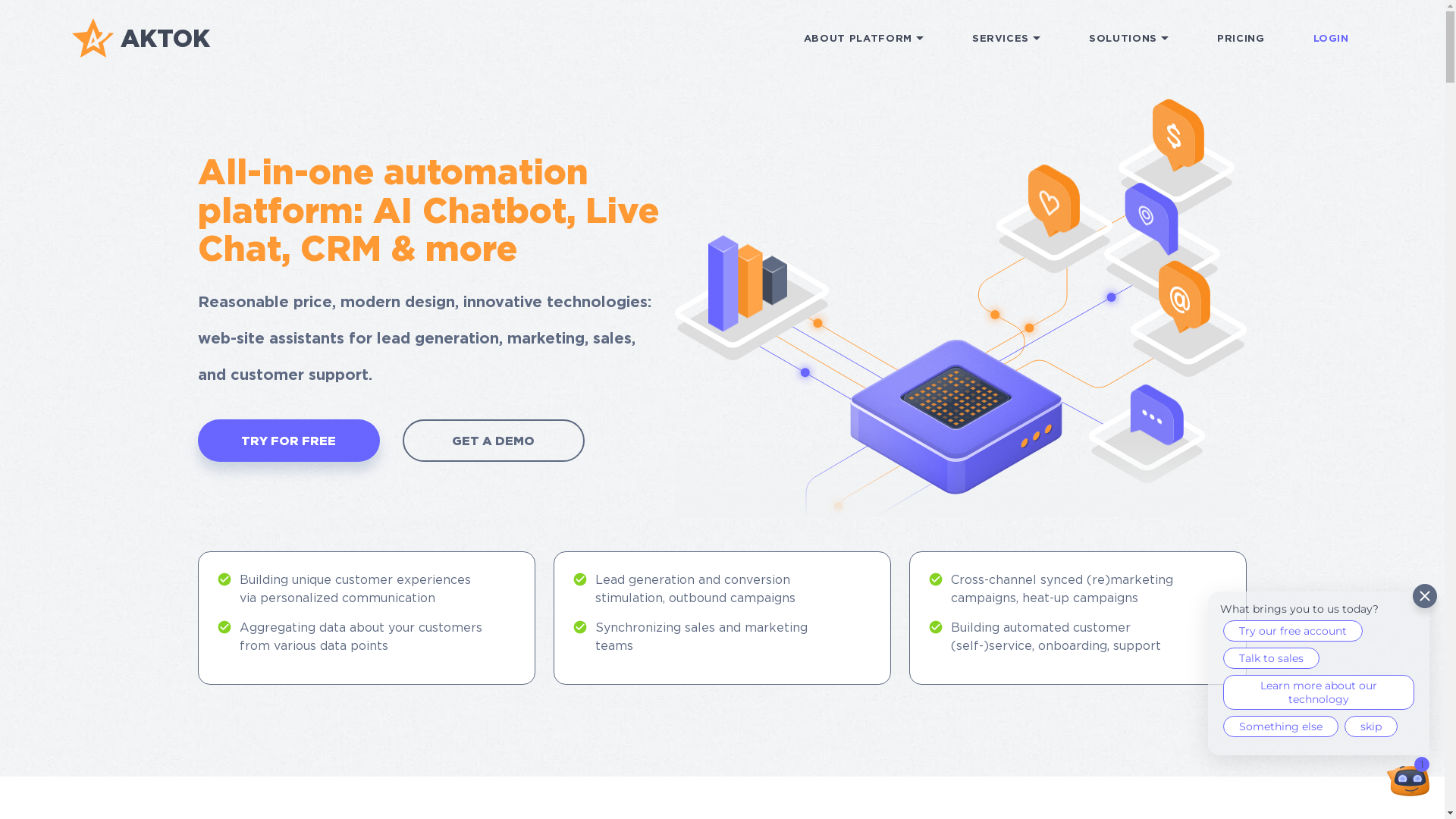  I want to click on 'PRICING', so click(1193, 37).